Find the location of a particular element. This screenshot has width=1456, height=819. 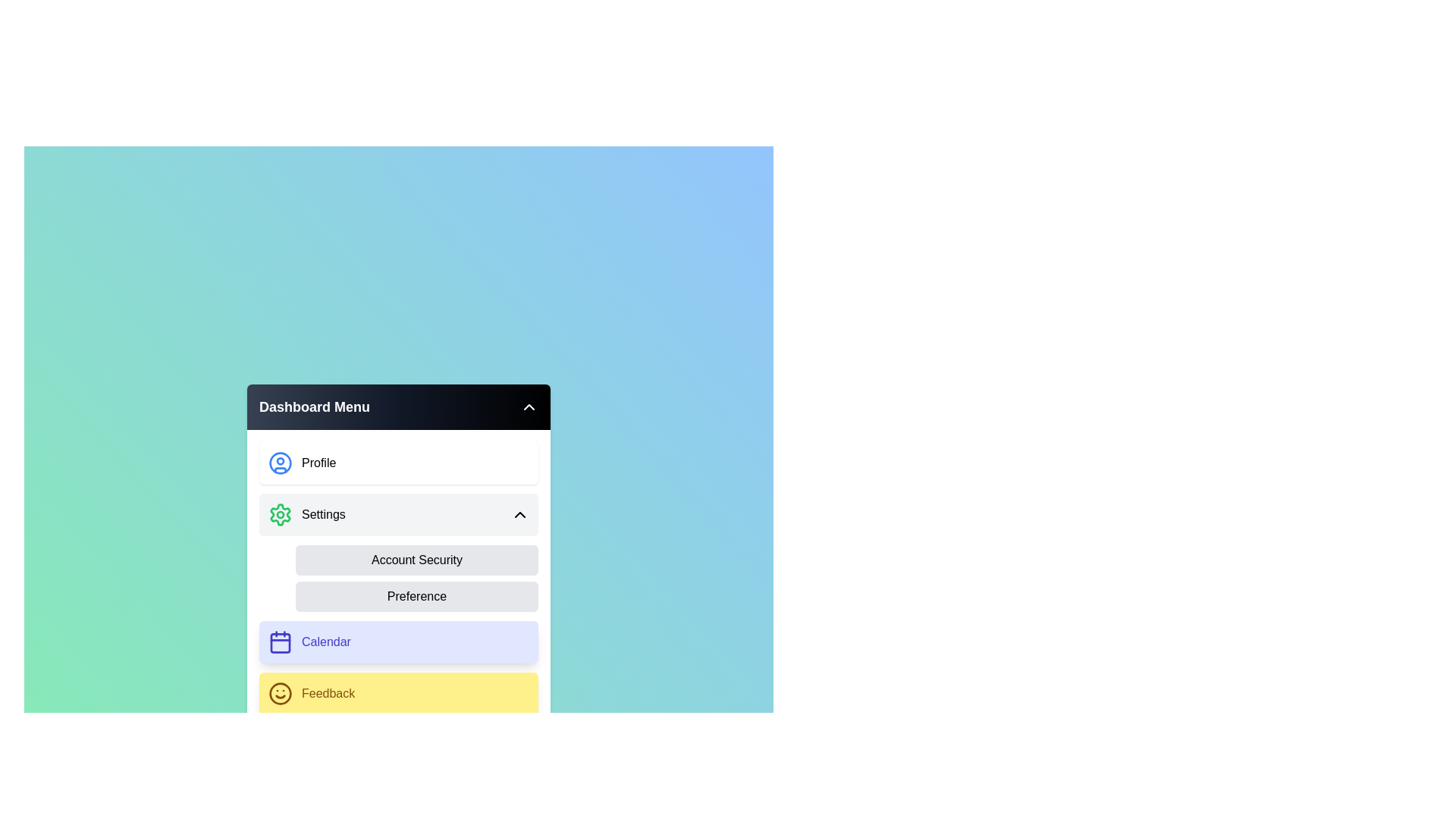

the green gear-shaped icon representing settings functionality located to the left of the 'Settings' text in the dashboard menu is located at coordinates (280, 513).